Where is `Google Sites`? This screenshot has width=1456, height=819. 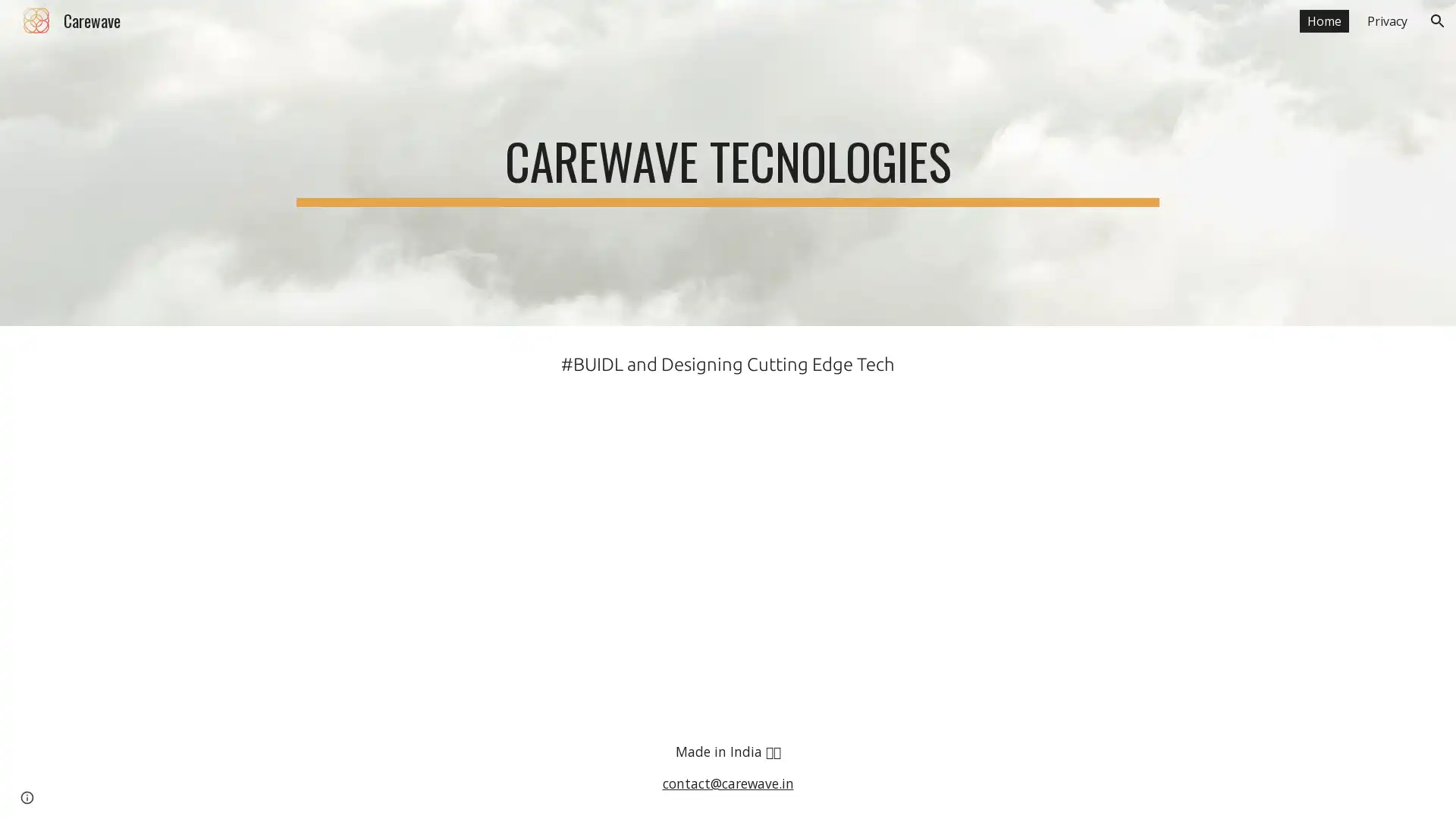 Google Sites is located at coordinates (73, 792).